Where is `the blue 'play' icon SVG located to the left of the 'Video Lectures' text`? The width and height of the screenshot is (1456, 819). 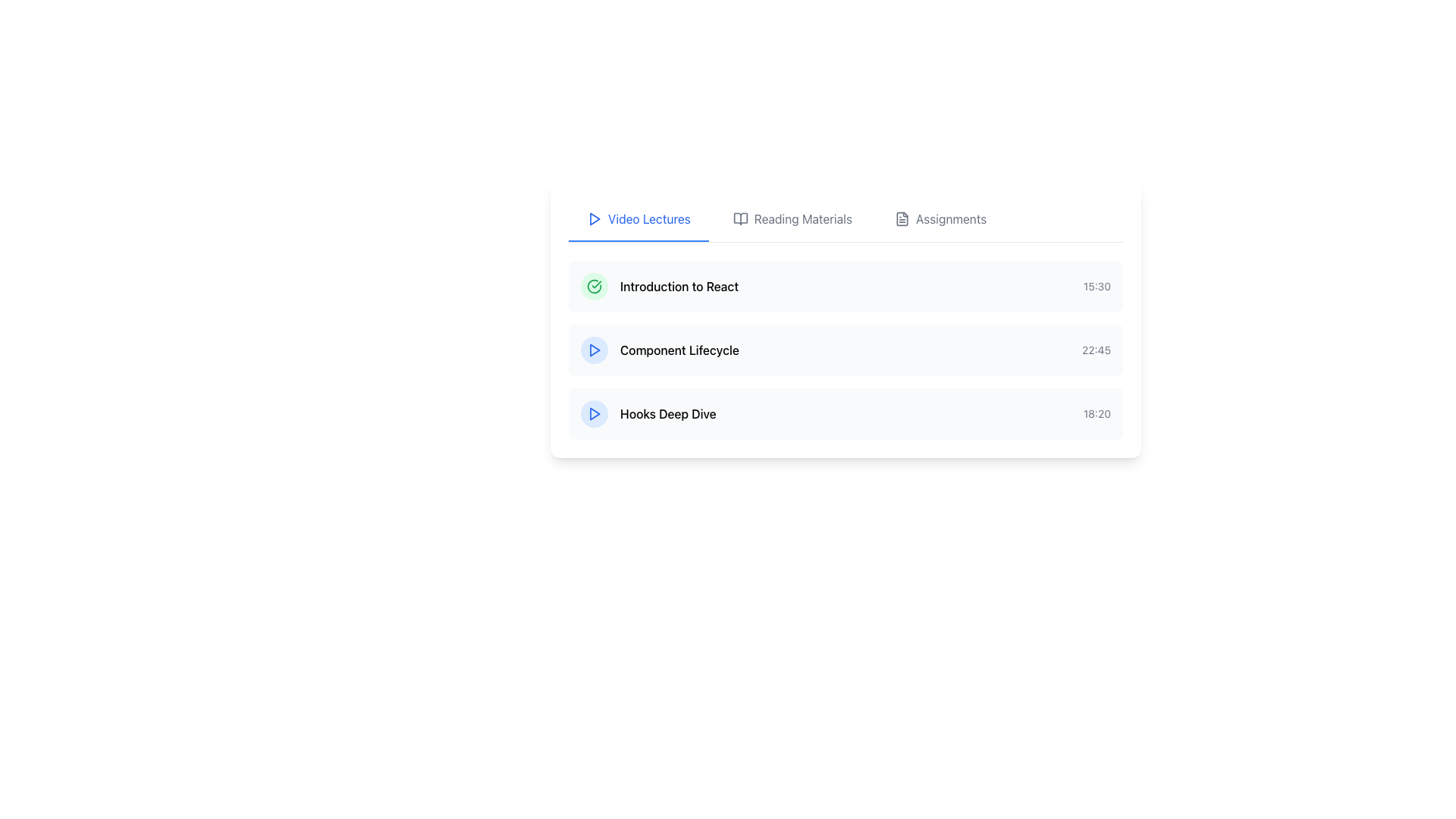 the blue 'play' icon SVG located to the left of the 'Video Lectures' text is located at coordinates (593, 219).